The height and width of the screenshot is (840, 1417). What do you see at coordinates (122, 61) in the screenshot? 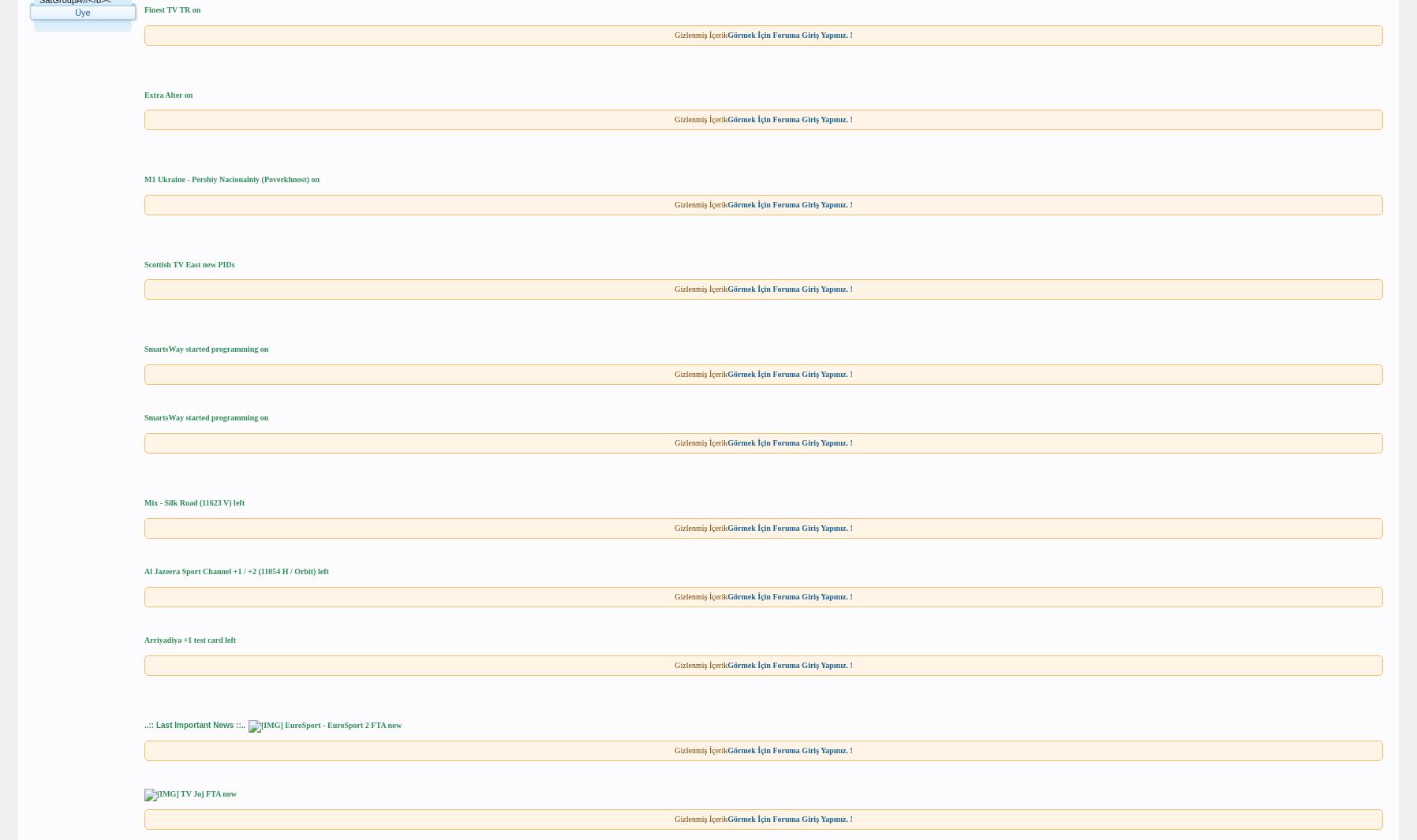
I see `'0'` at bounding box center [122, 61].